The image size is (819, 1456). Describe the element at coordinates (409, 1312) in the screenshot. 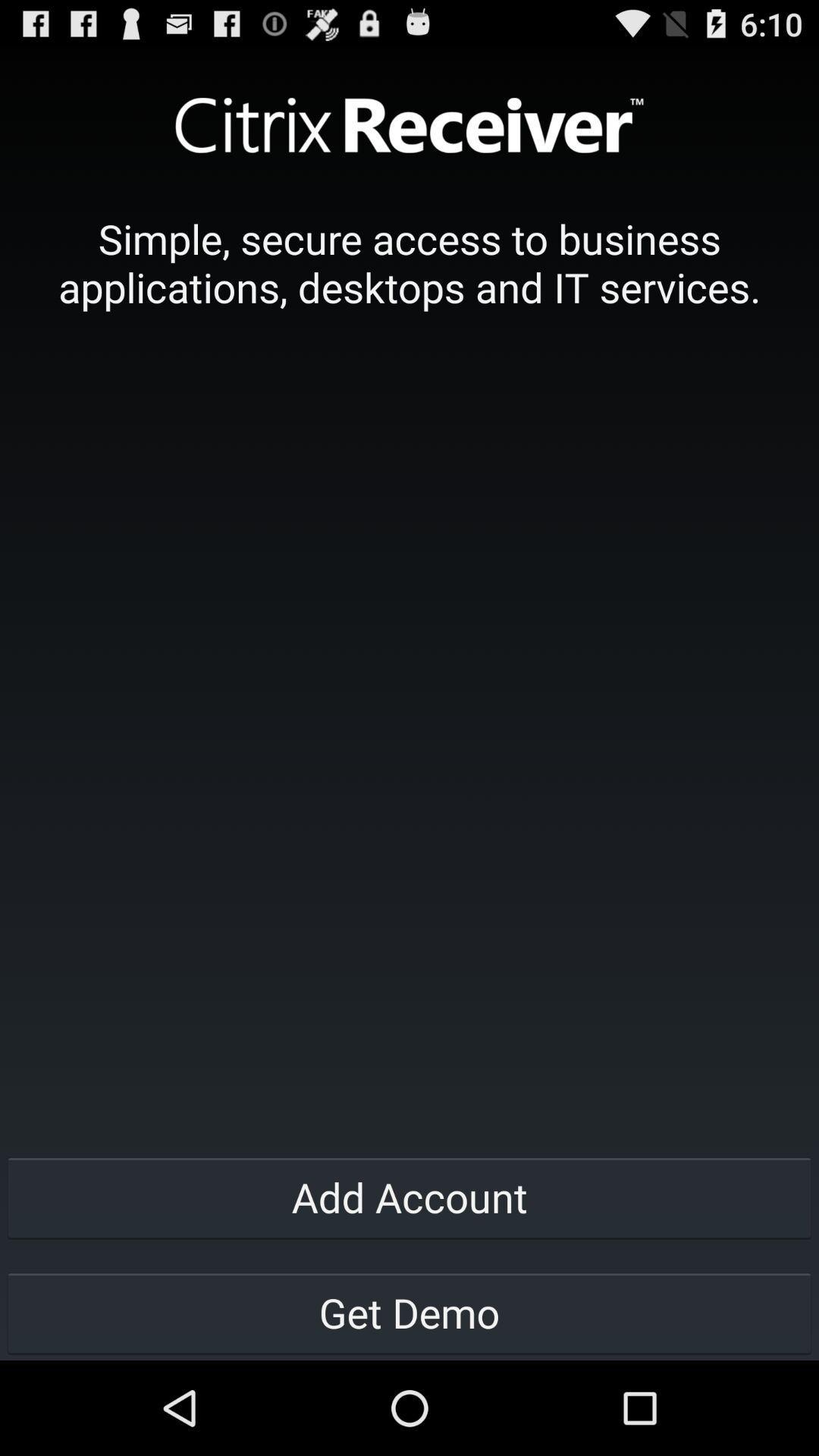

I see `the get demo button` at that location.